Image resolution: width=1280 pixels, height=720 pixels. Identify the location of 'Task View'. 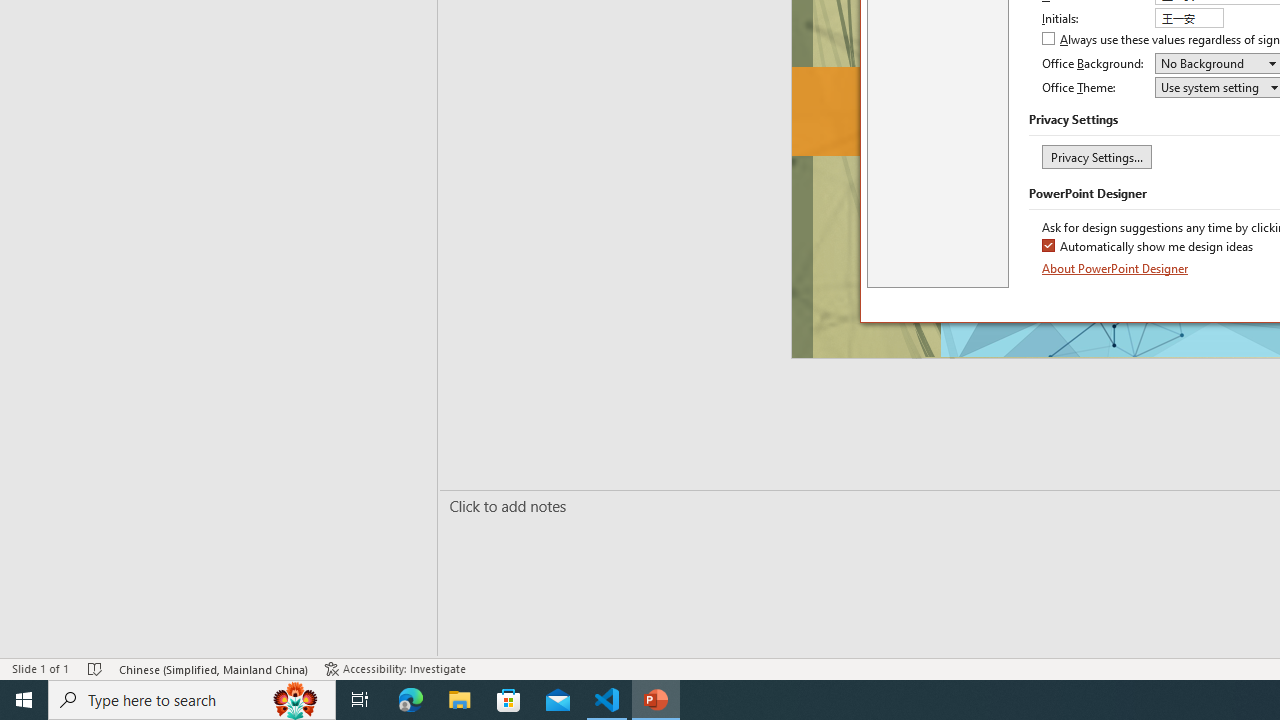
(359, 698).